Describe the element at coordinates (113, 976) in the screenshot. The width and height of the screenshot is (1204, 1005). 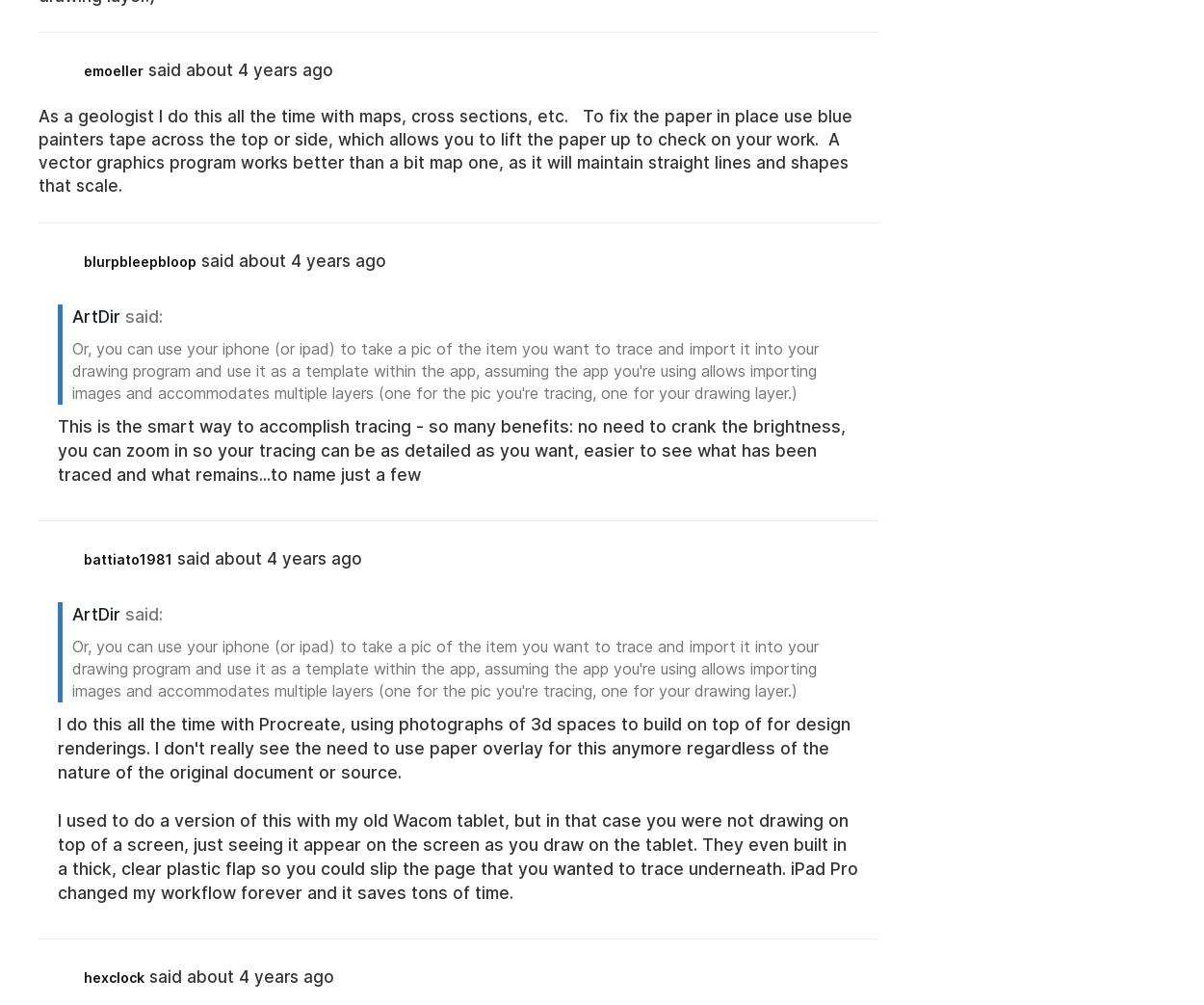
I see `'hexclock'` at that location.